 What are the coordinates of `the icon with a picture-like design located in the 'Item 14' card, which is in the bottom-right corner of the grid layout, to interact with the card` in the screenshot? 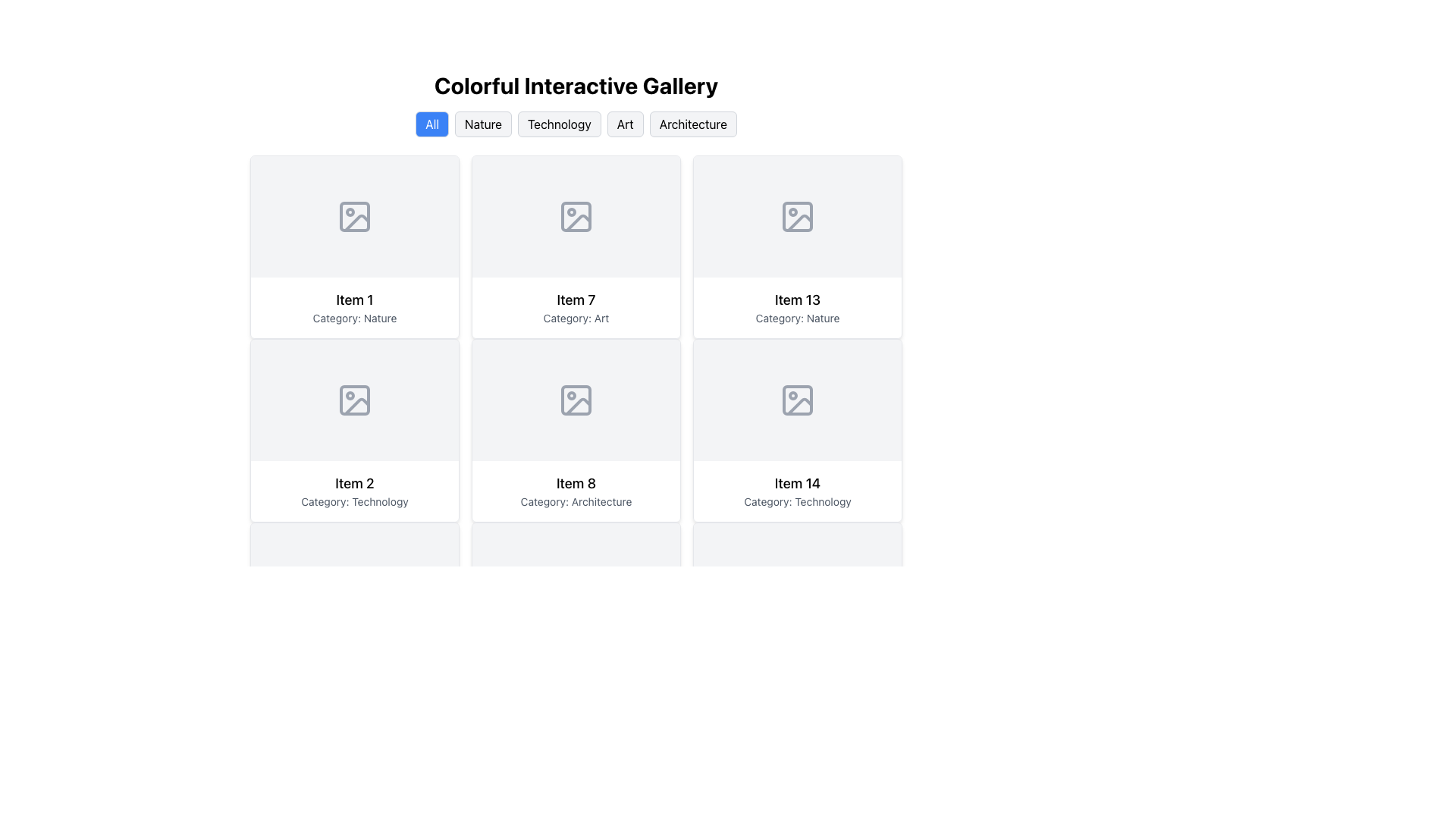 It's located at (796, 400).